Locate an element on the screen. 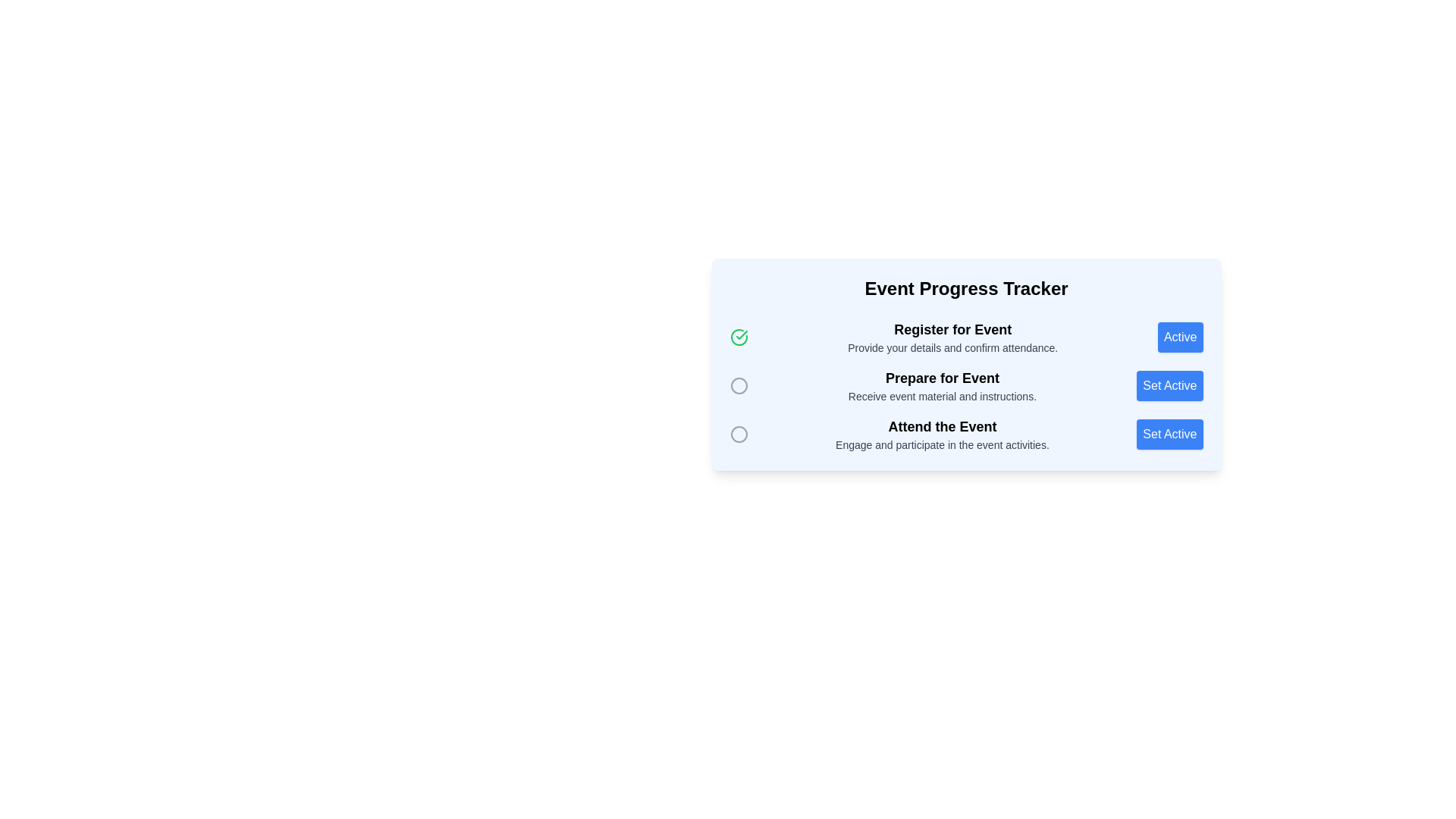  the textual description in the Progress tracker step with status indication is located at coordinates (965, 336).